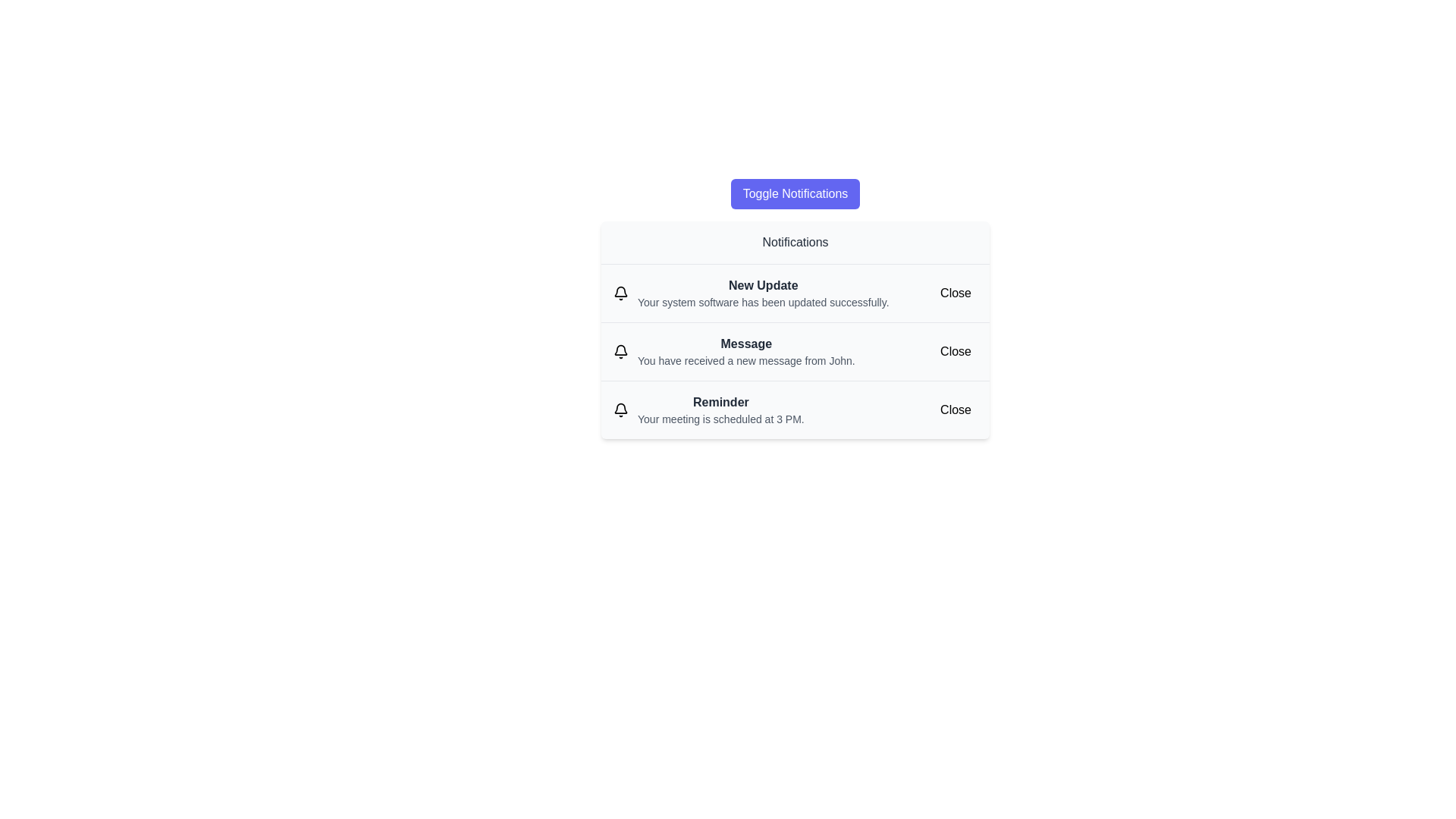 The image size is (1456, 819). Describe the element at coordinates (746, 360) in the screenshot. I see `the text label that reads 'You have received a new message from John.', which is styled in a small, gray font and is part of the notification card under the 'Message' title` at that location.